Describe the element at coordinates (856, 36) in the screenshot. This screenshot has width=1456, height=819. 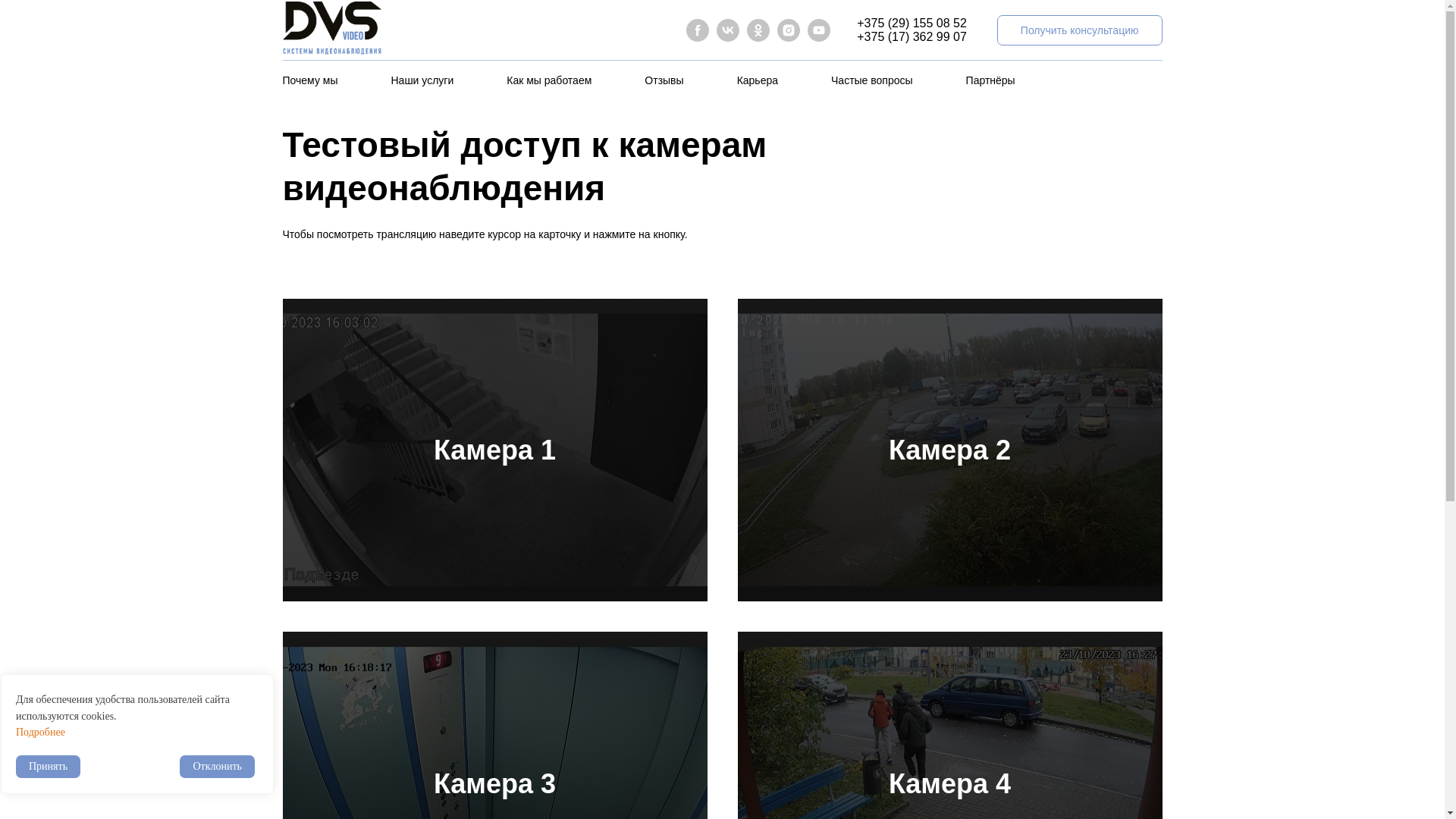
I see `'+375 (17) 362 99 07'` at that location.